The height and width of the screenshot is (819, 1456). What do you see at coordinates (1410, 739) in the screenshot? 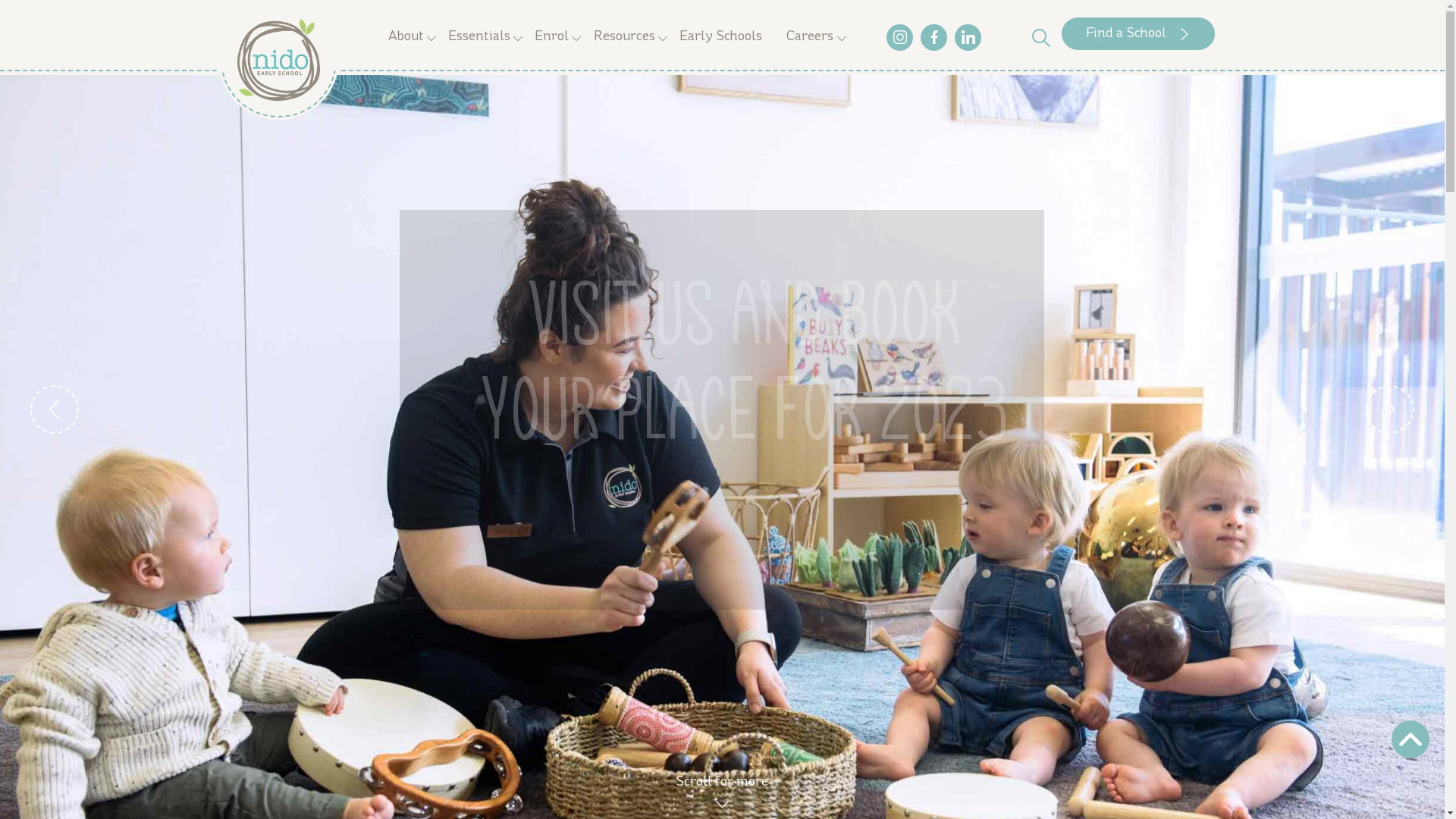
I see `'Scroll'` at bounding box center [1410, 739].